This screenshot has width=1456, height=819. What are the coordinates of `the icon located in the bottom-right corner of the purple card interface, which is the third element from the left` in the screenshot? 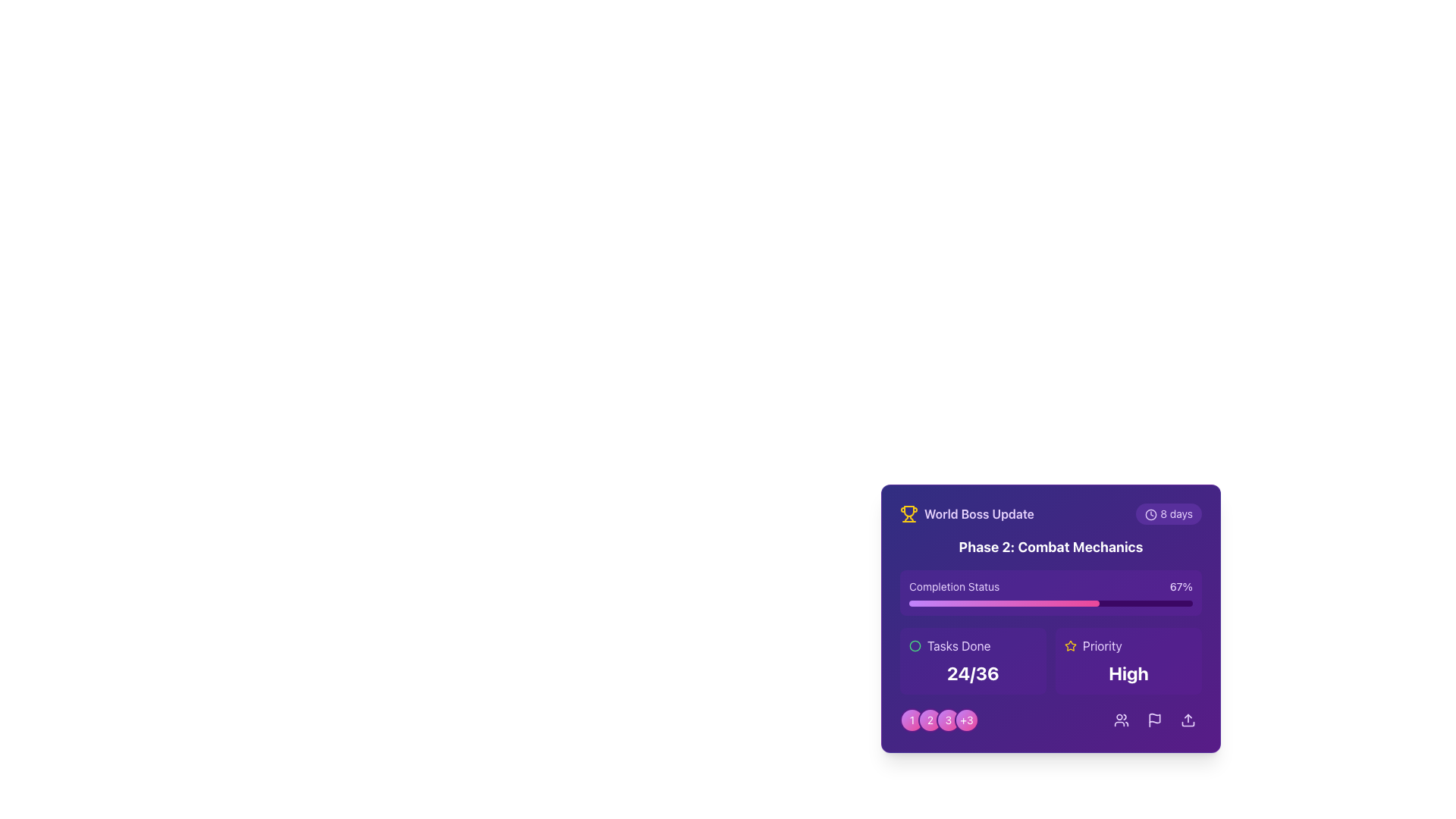 It's located at (1153, 719).